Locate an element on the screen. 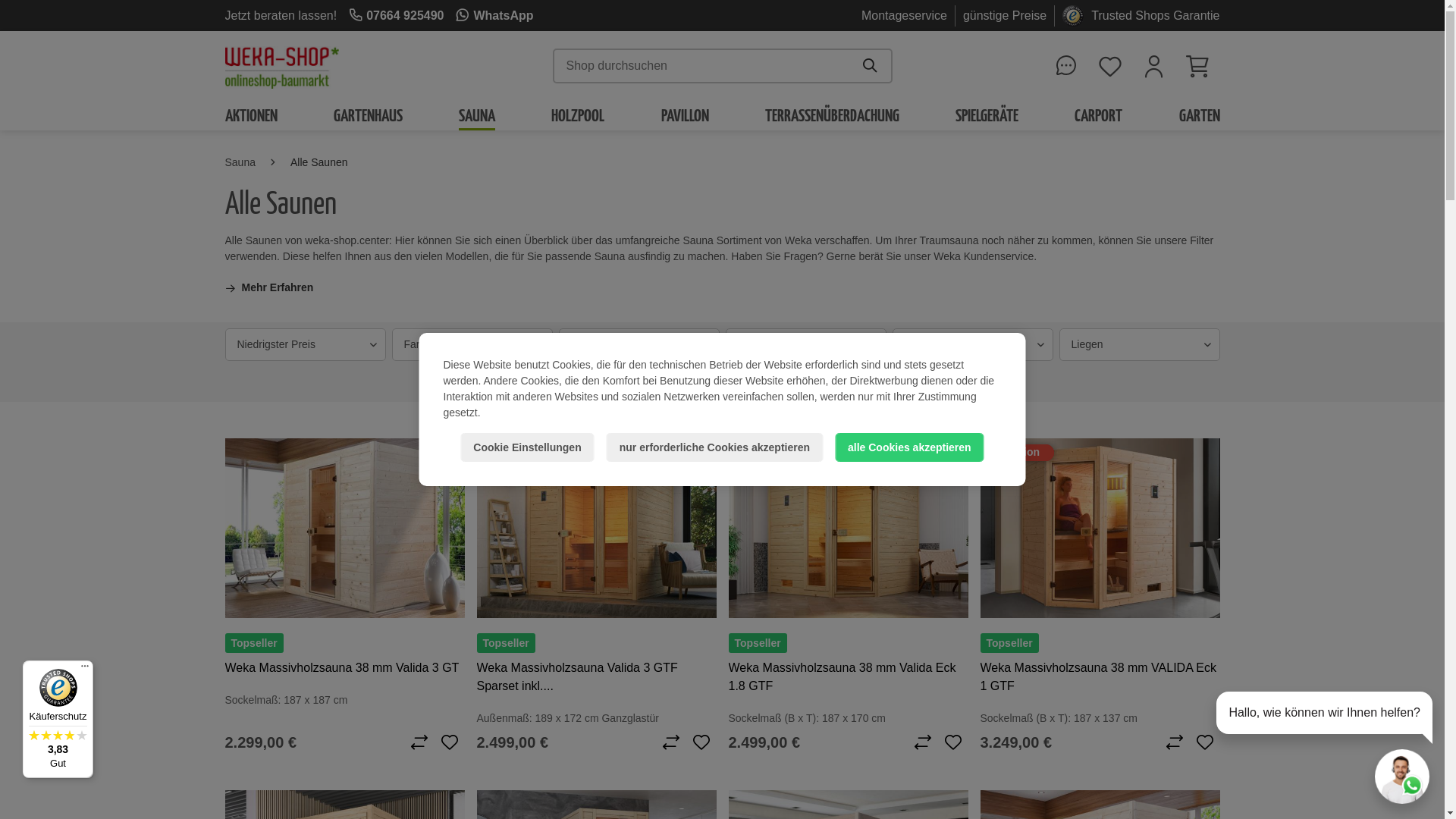  'HOLZPOOL' is located at coordinates (577, 113).